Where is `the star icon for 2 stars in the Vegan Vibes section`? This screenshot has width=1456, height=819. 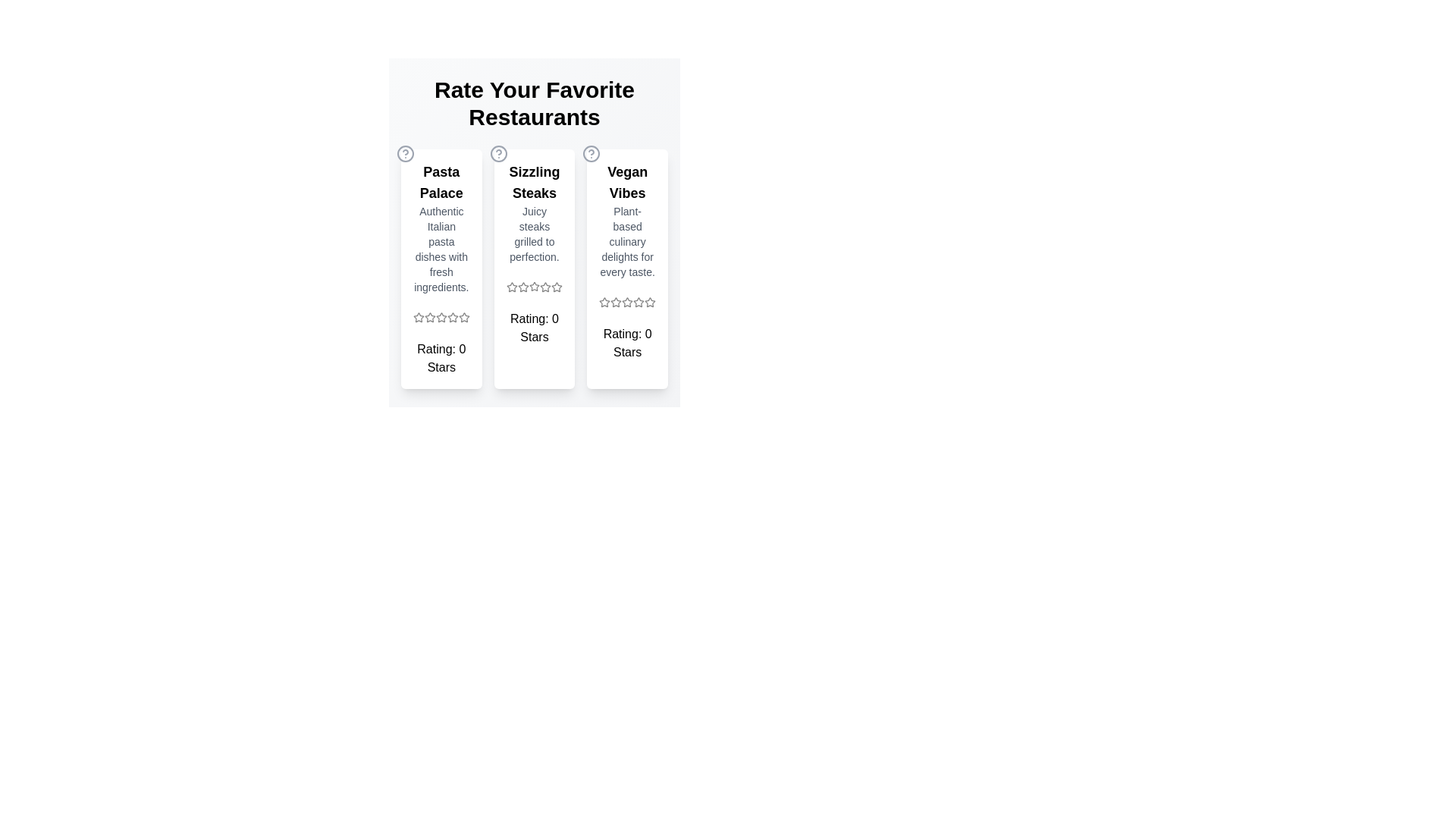
the star icon for 2 stars in the Vegan Vibes section is located at coordinates (616, 302).